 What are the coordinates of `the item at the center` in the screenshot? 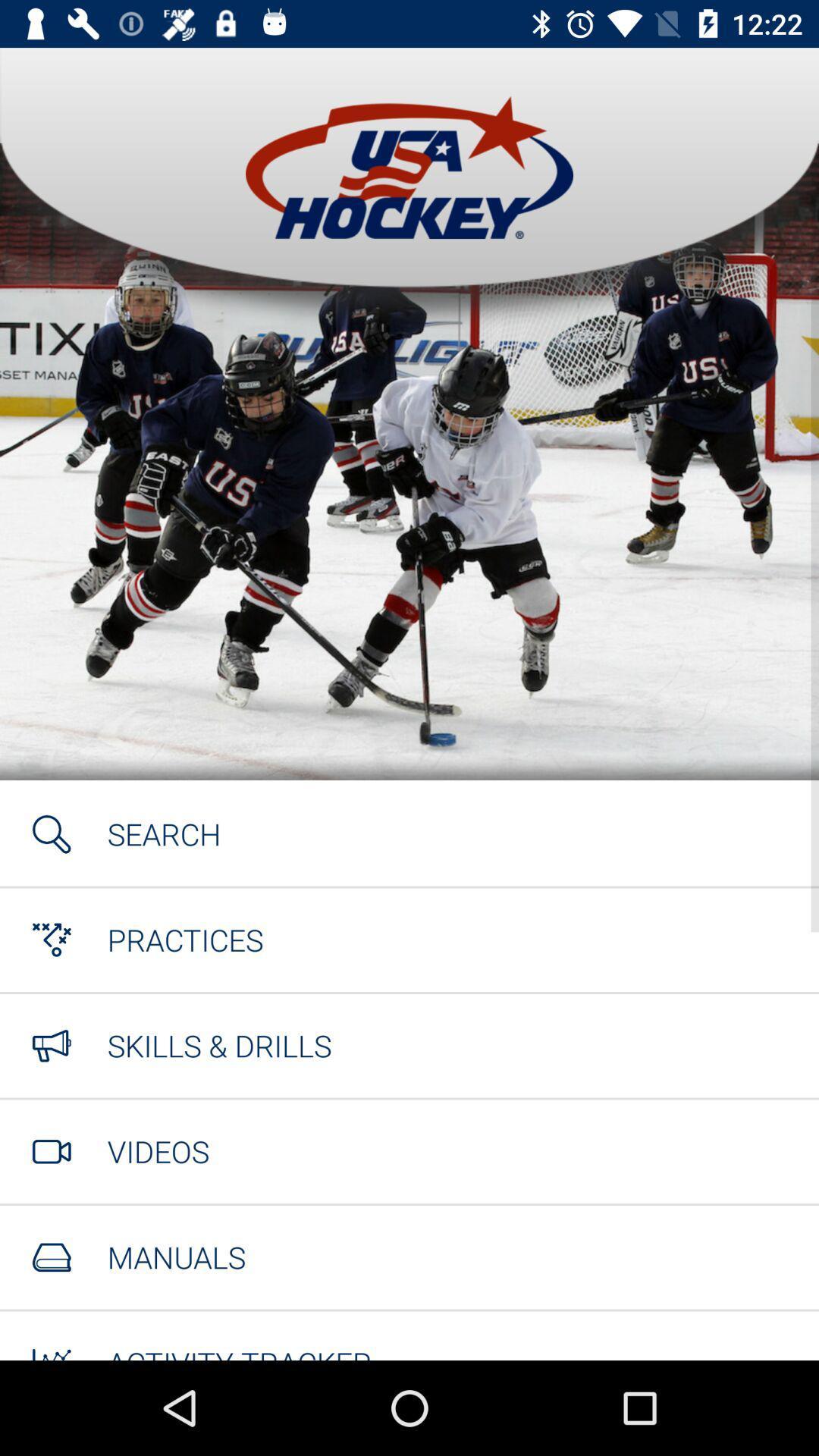 It's located at (409, 764).